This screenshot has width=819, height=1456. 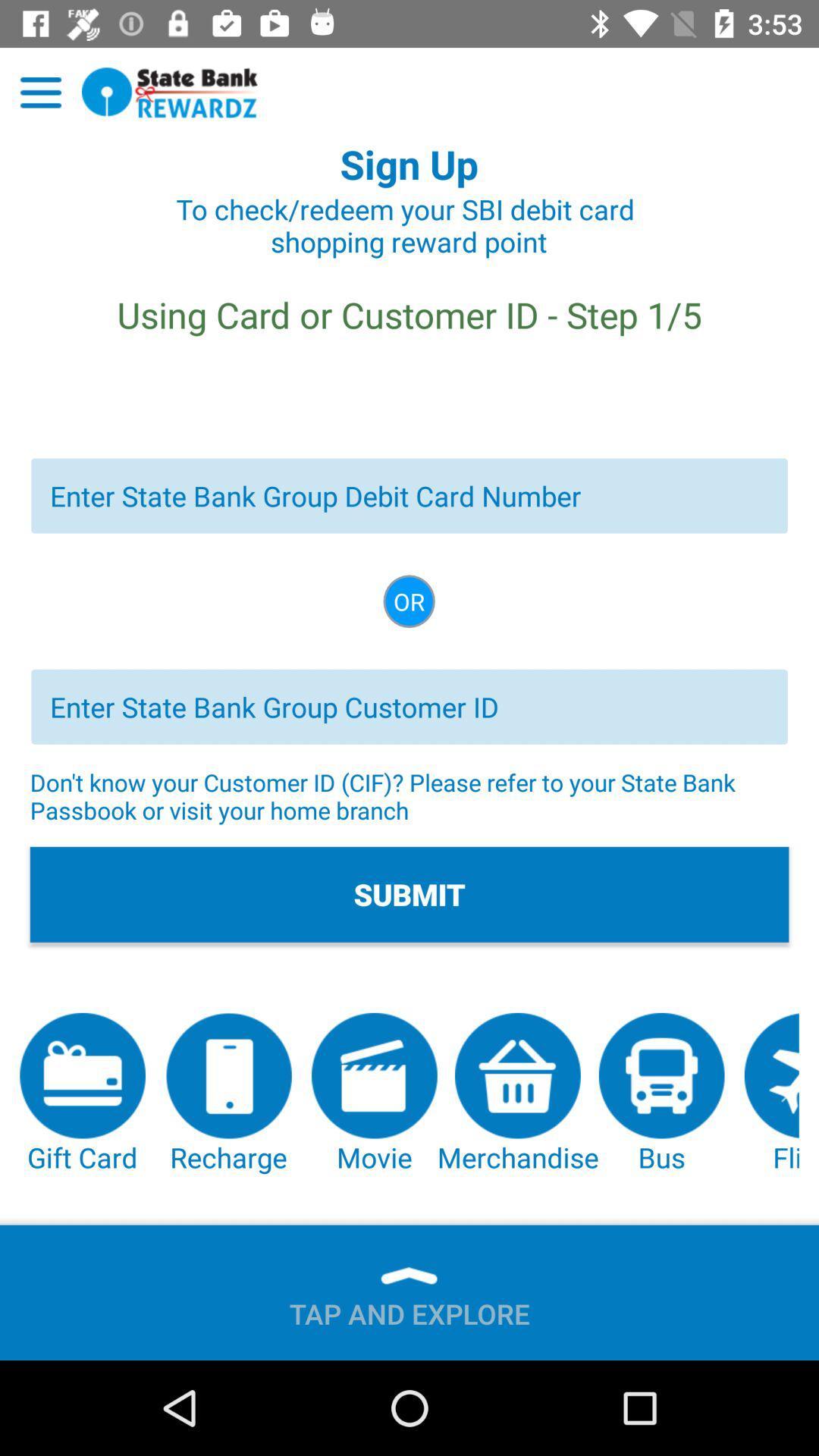 I want to click on tap and explore, so click(x=409, y=1307).